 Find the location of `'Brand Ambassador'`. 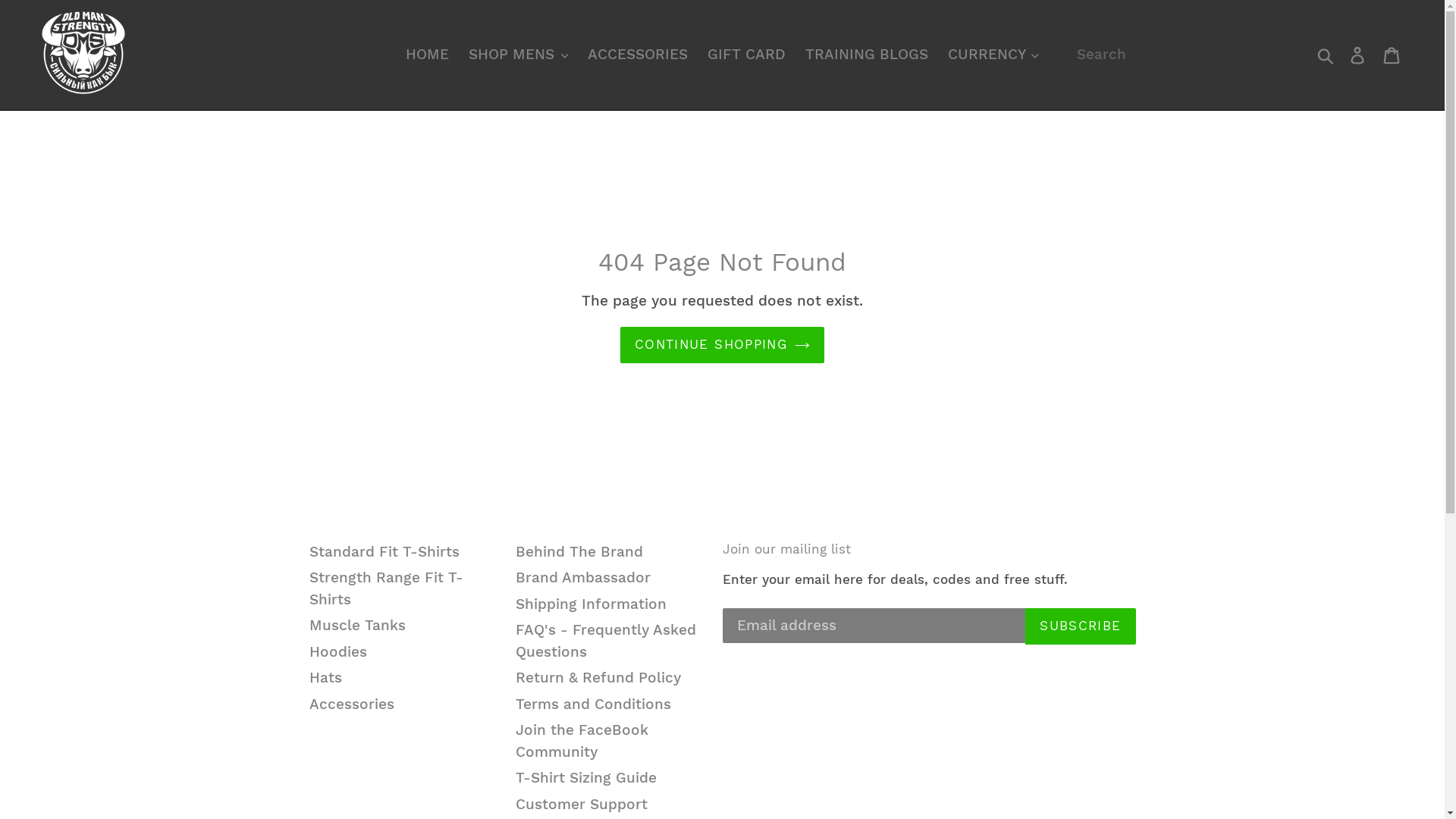

'Brand Ambassador' is located at coordinates (582, 577).